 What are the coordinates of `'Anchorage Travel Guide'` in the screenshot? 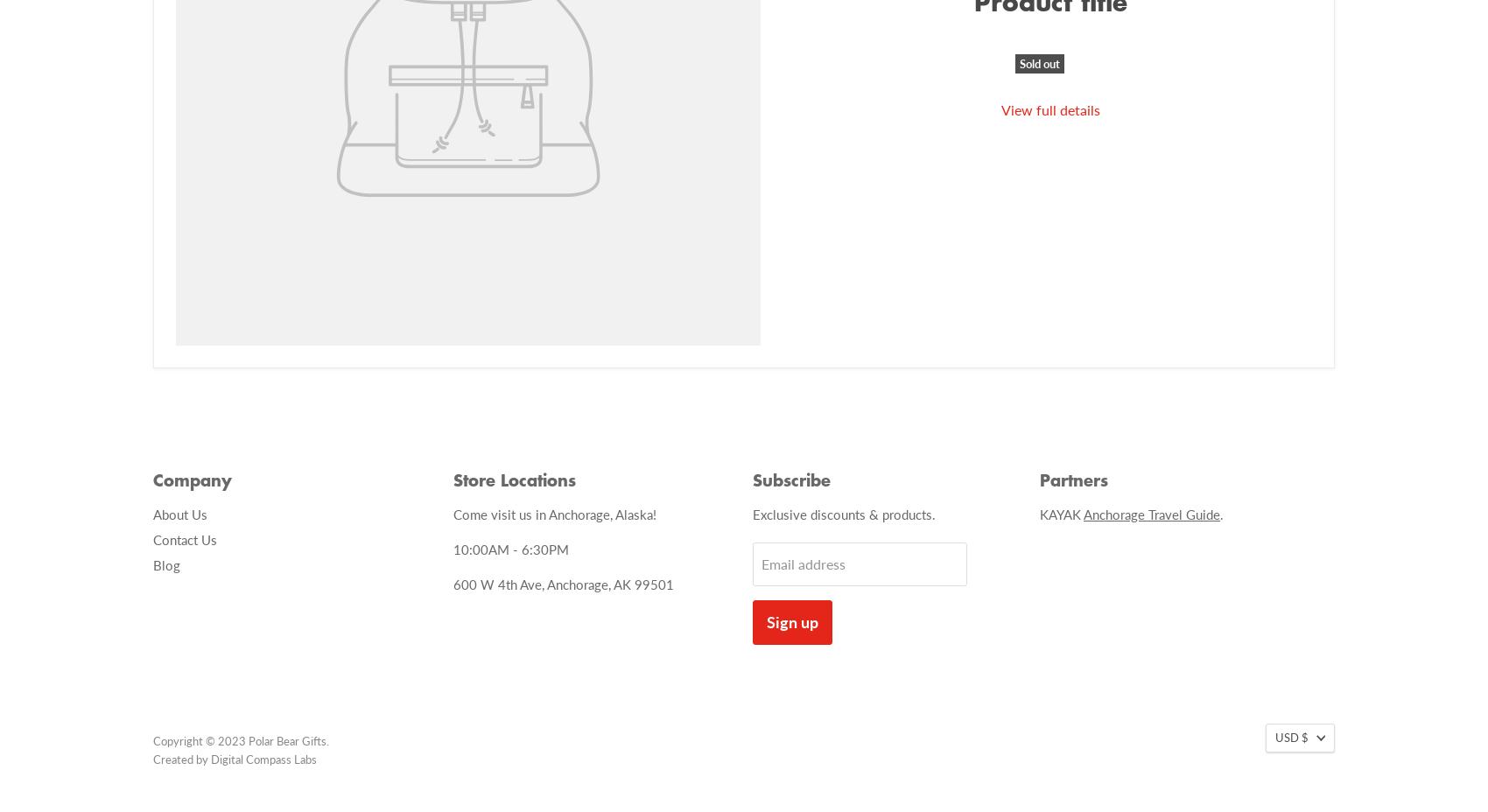 It's located at (1082, 513).